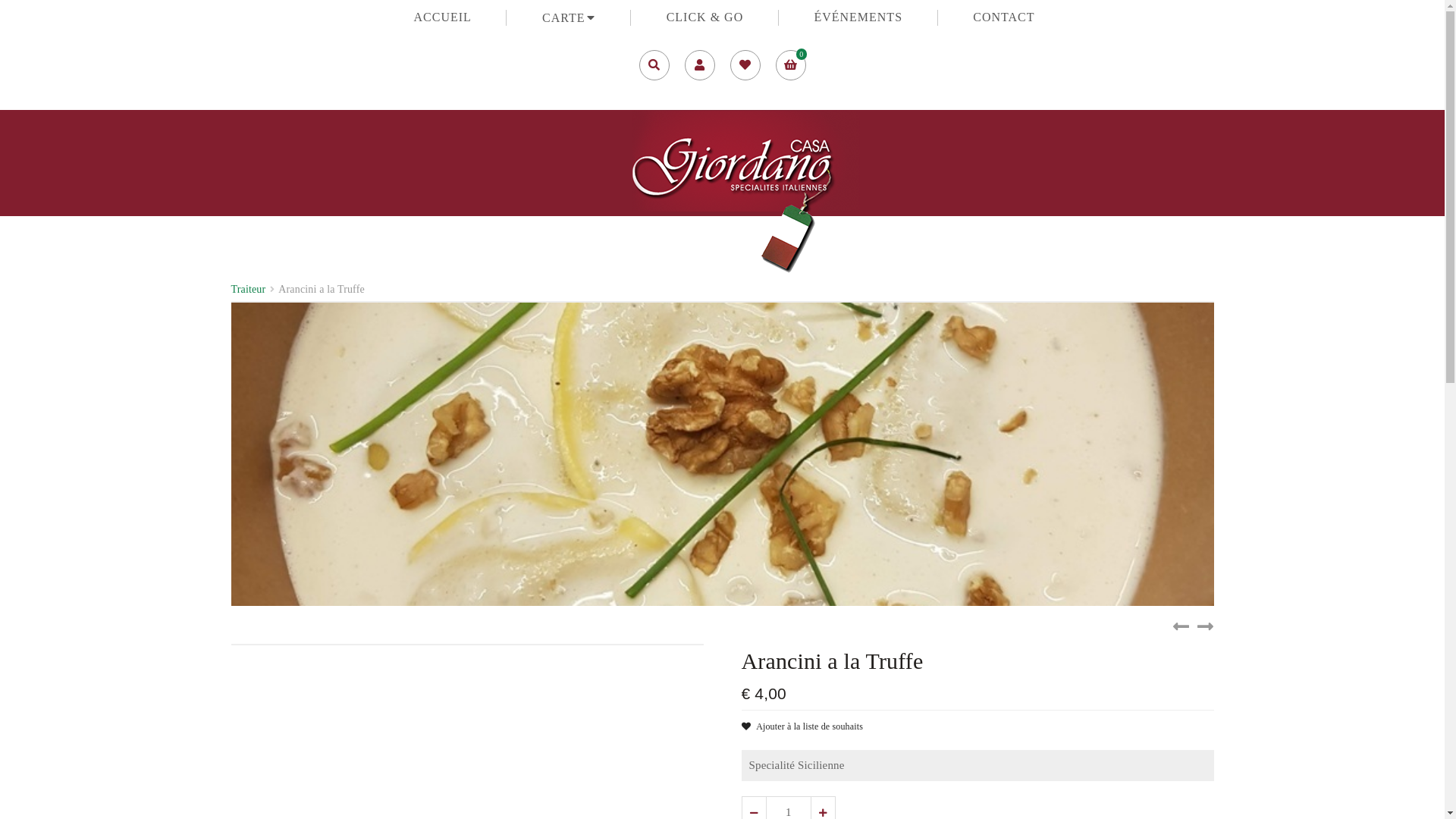 The image size is (1456, 819). Describe the element at coordinates (789, 64) in the screenshot. I see `'0'` at that location.